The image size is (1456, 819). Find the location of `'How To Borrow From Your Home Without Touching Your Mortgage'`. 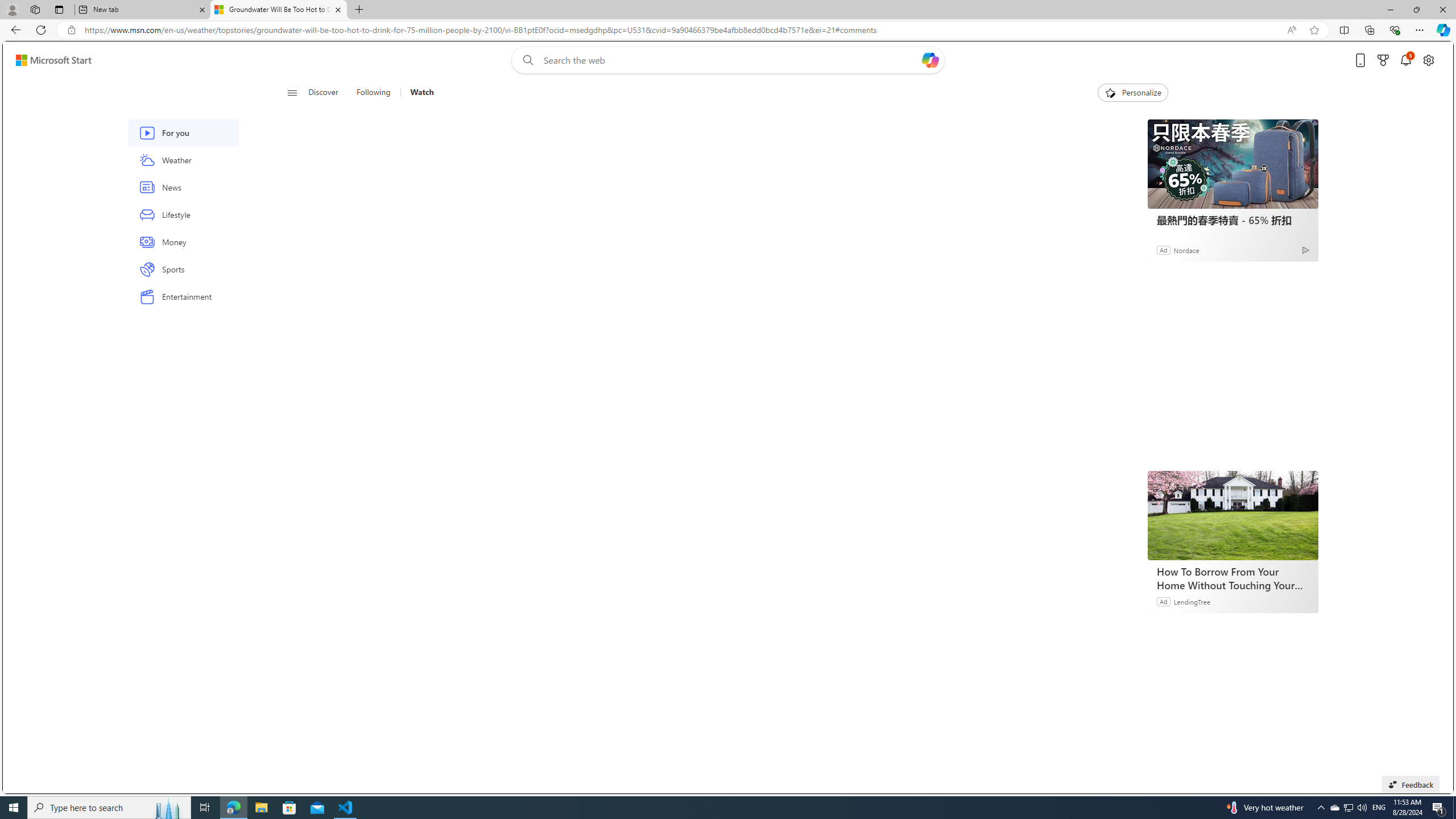

'How To Borrow From Your Home Without Touching Your Mortgage' is located at coordinates (1232, 515).